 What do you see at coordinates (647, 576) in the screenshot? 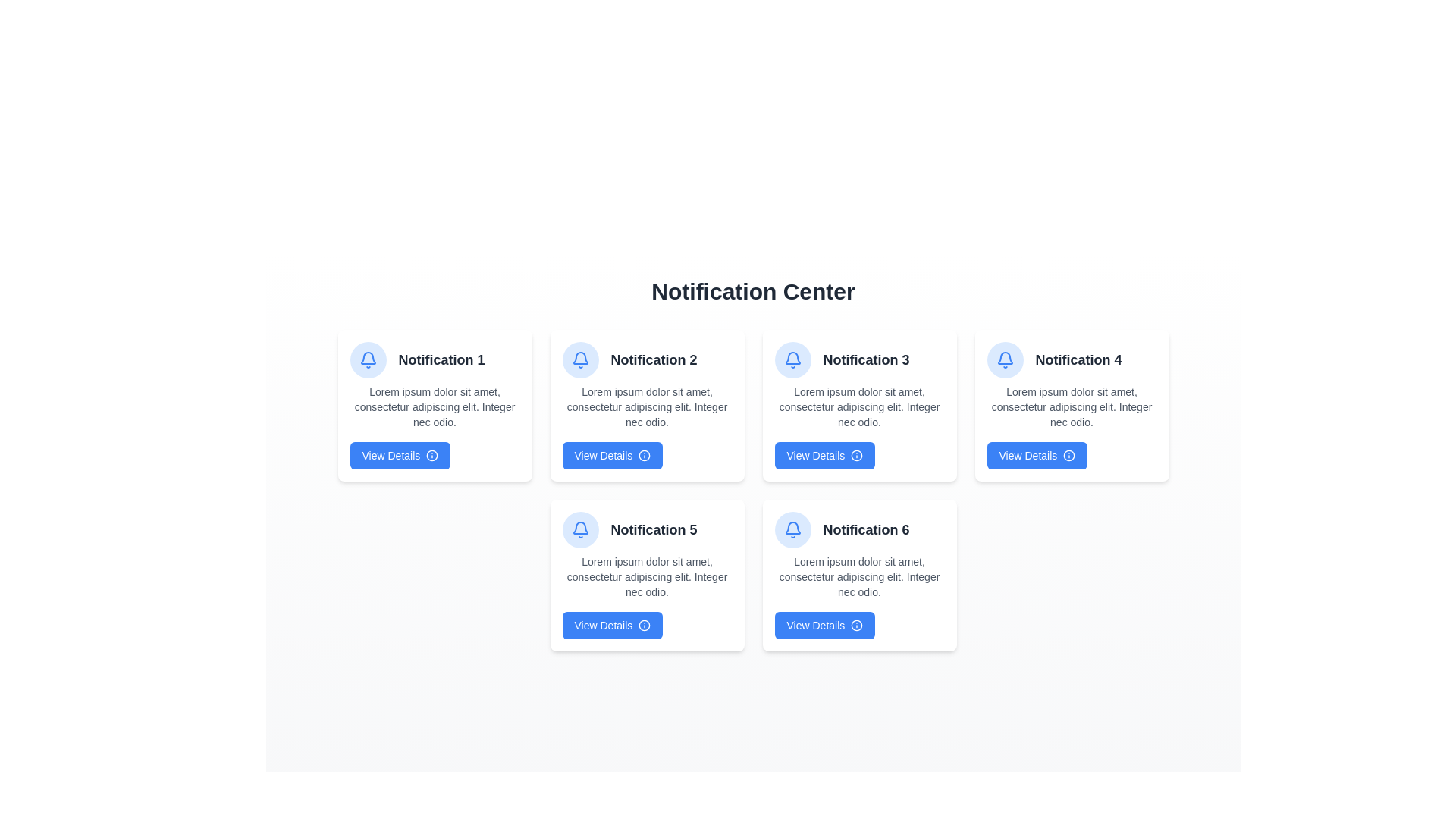
I see `the static text label that is styled with a small gray font, located below the title 'Notification 5' and above the 'View Details' button in the notification card` at bounding box center [647, 576].